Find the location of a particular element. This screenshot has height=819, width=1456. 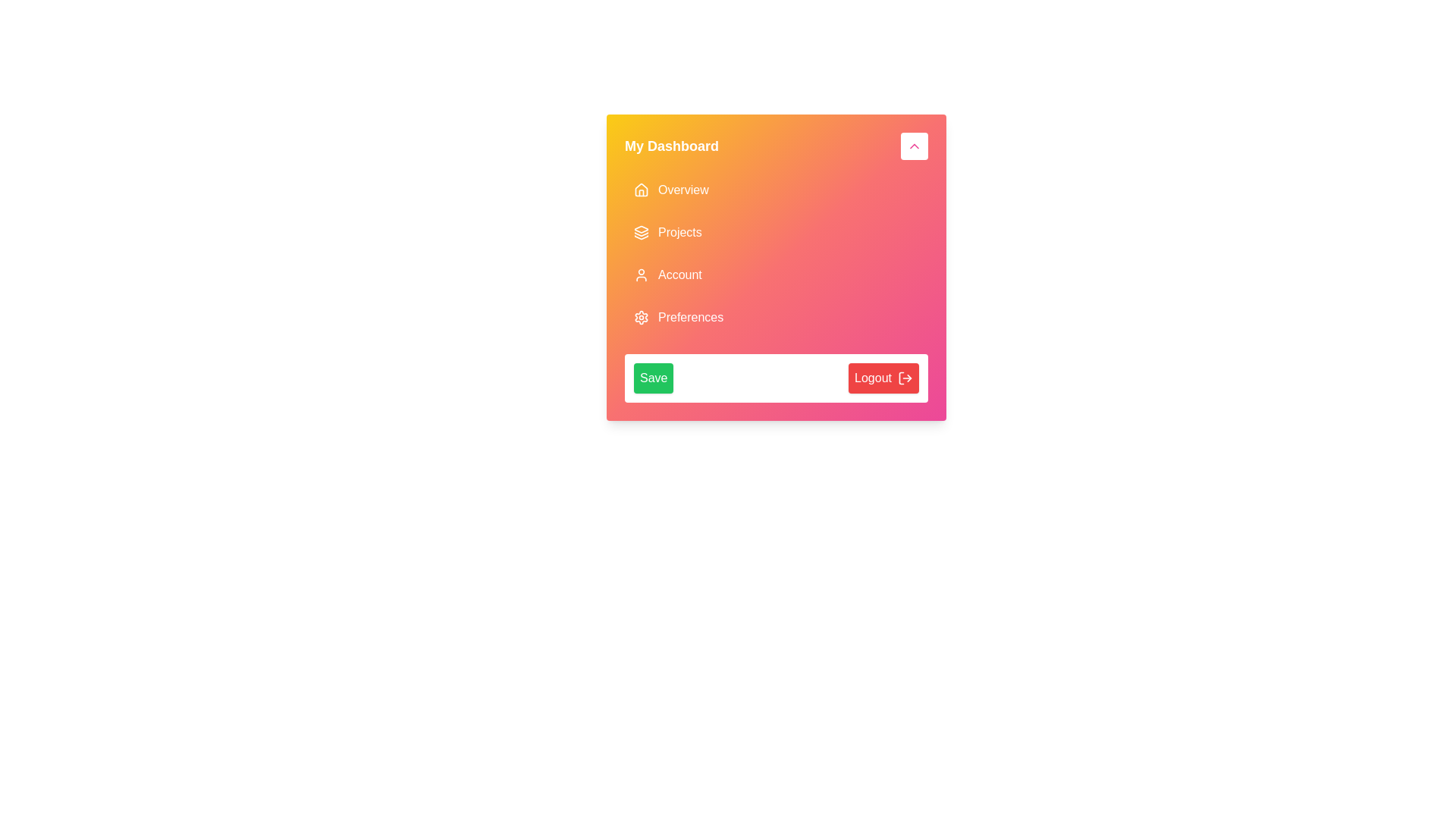

the small house icon located in the 'My Dashboard' menu is located at coordinates (641, 189).